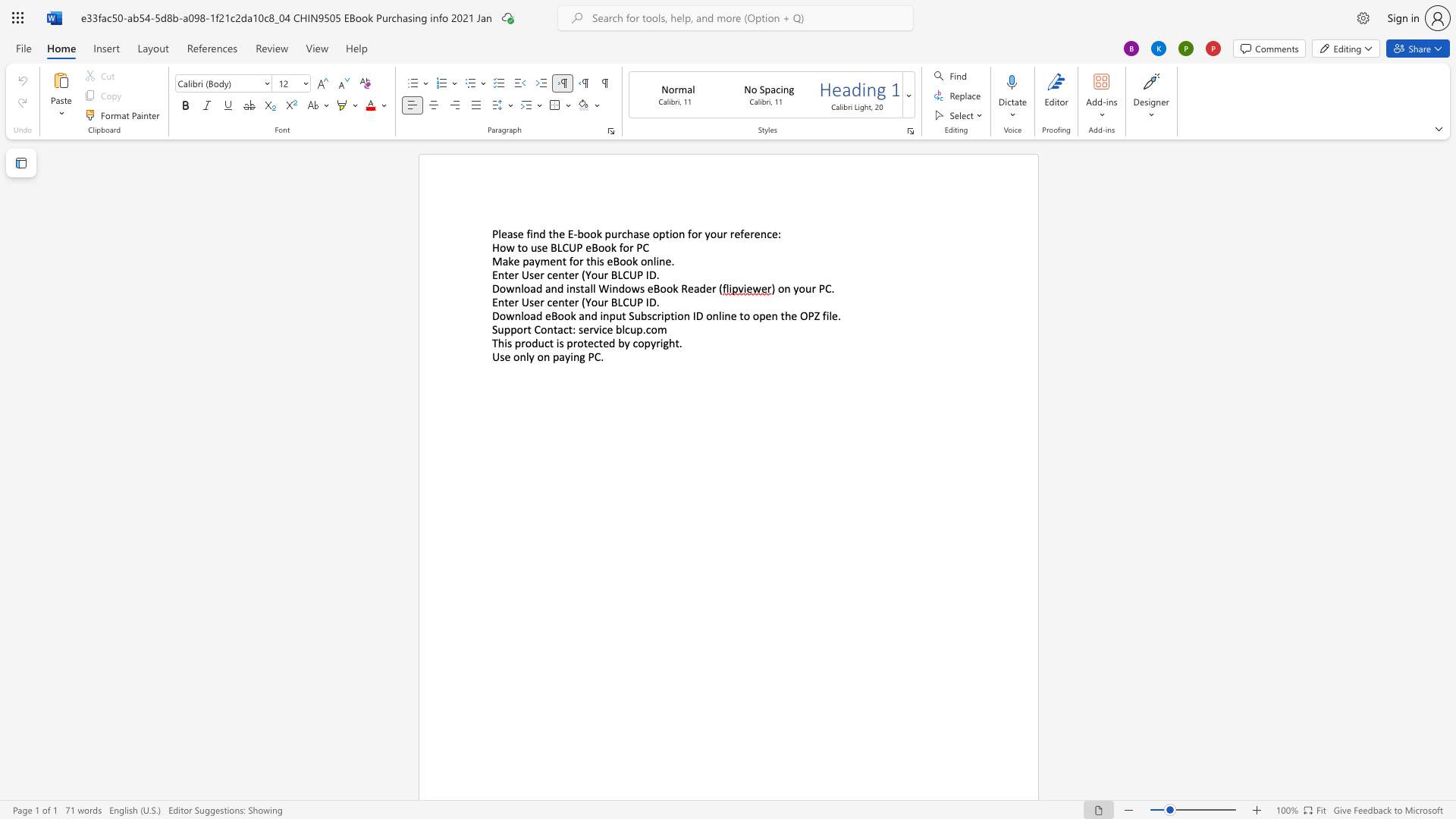 The image size is (1456, 819). What do you see at coordinates (598, 288) in the screenshot?
I see `the subset text "Windows e" within the text "Download and install Windows eBook Reader ("` at bounding box center [598, 288].